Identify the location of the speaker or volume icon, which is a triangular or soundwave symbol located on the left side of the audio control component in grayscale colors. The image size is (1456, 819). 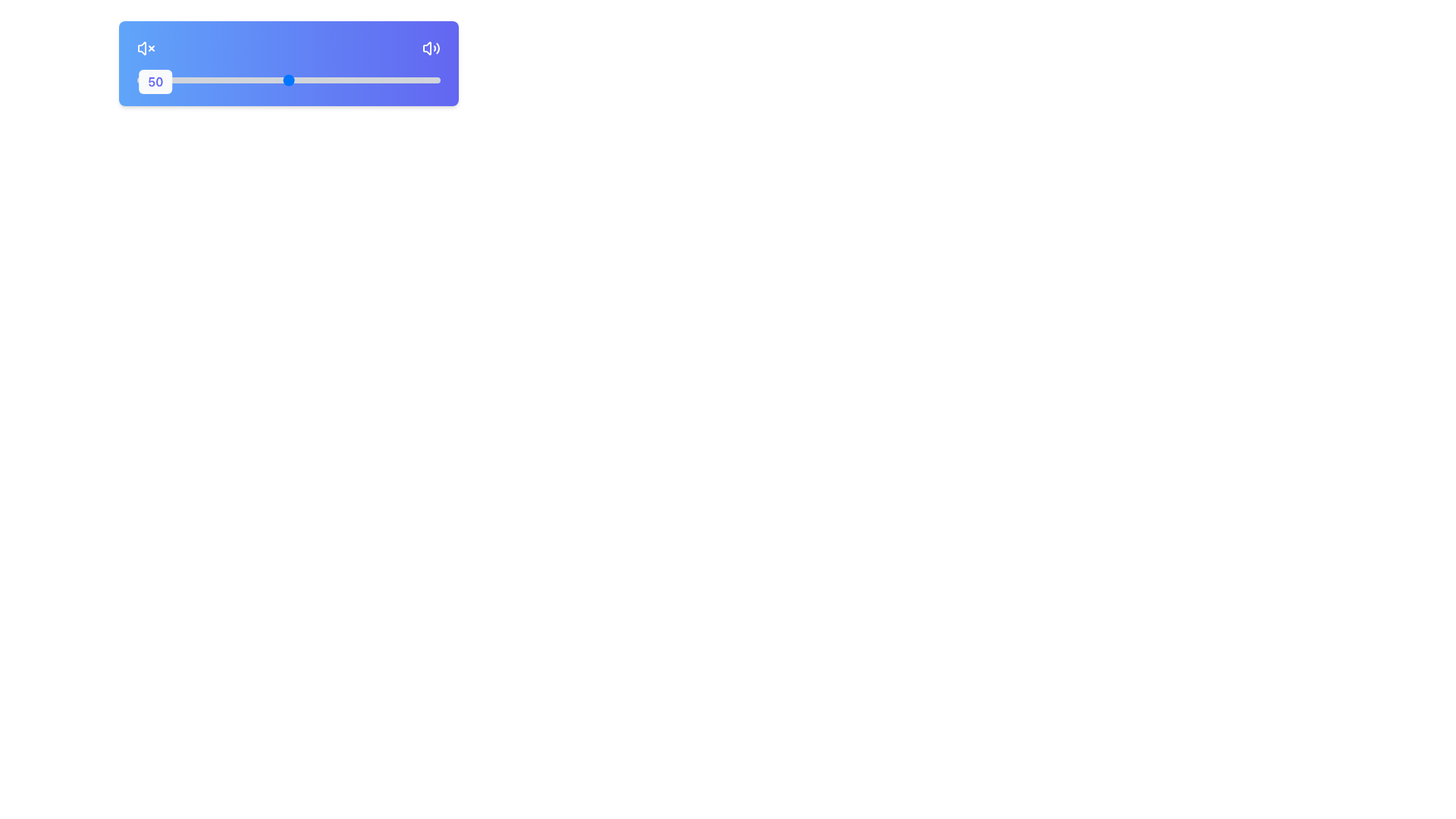
(426, 48).